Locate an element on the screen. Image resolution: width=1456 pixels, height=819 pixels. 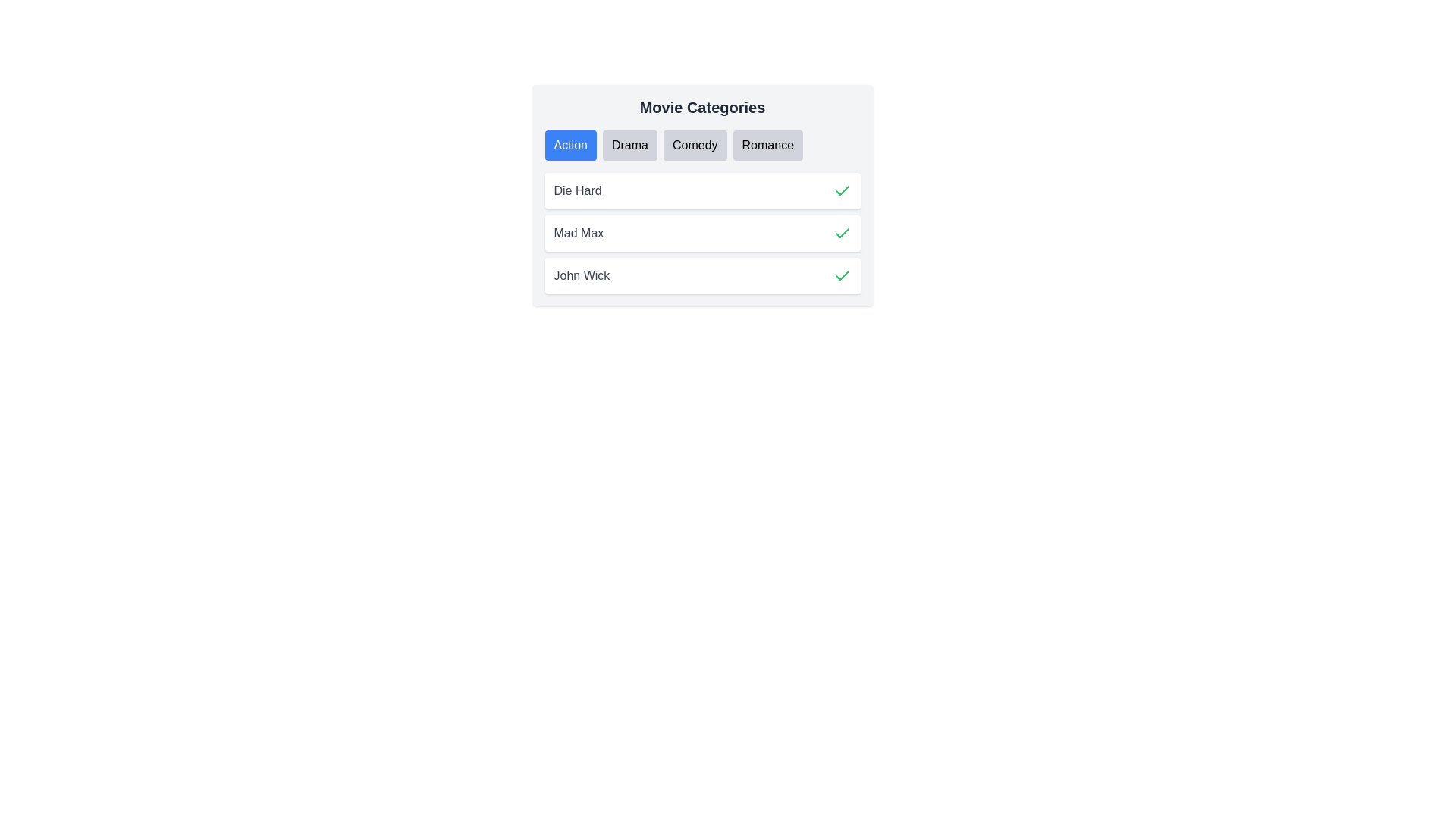
text from the Text Label that serves as the heading for movie categories, positioned at the top center of the interface is located at coordinates (701, 107).